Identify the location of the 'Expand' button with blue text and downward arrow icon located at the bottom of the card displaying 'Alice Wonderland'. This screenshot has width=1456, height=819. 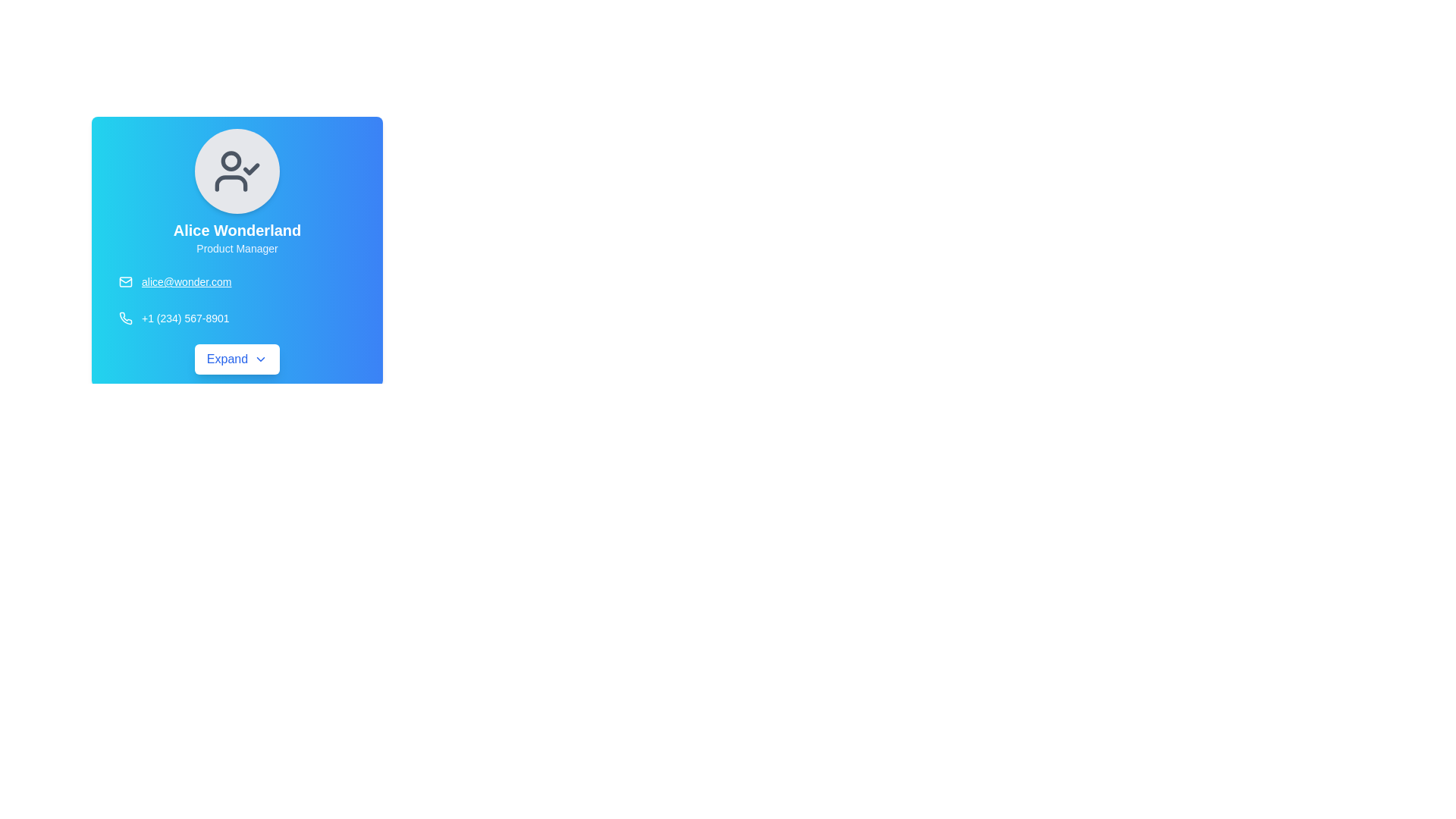
(236, 359).